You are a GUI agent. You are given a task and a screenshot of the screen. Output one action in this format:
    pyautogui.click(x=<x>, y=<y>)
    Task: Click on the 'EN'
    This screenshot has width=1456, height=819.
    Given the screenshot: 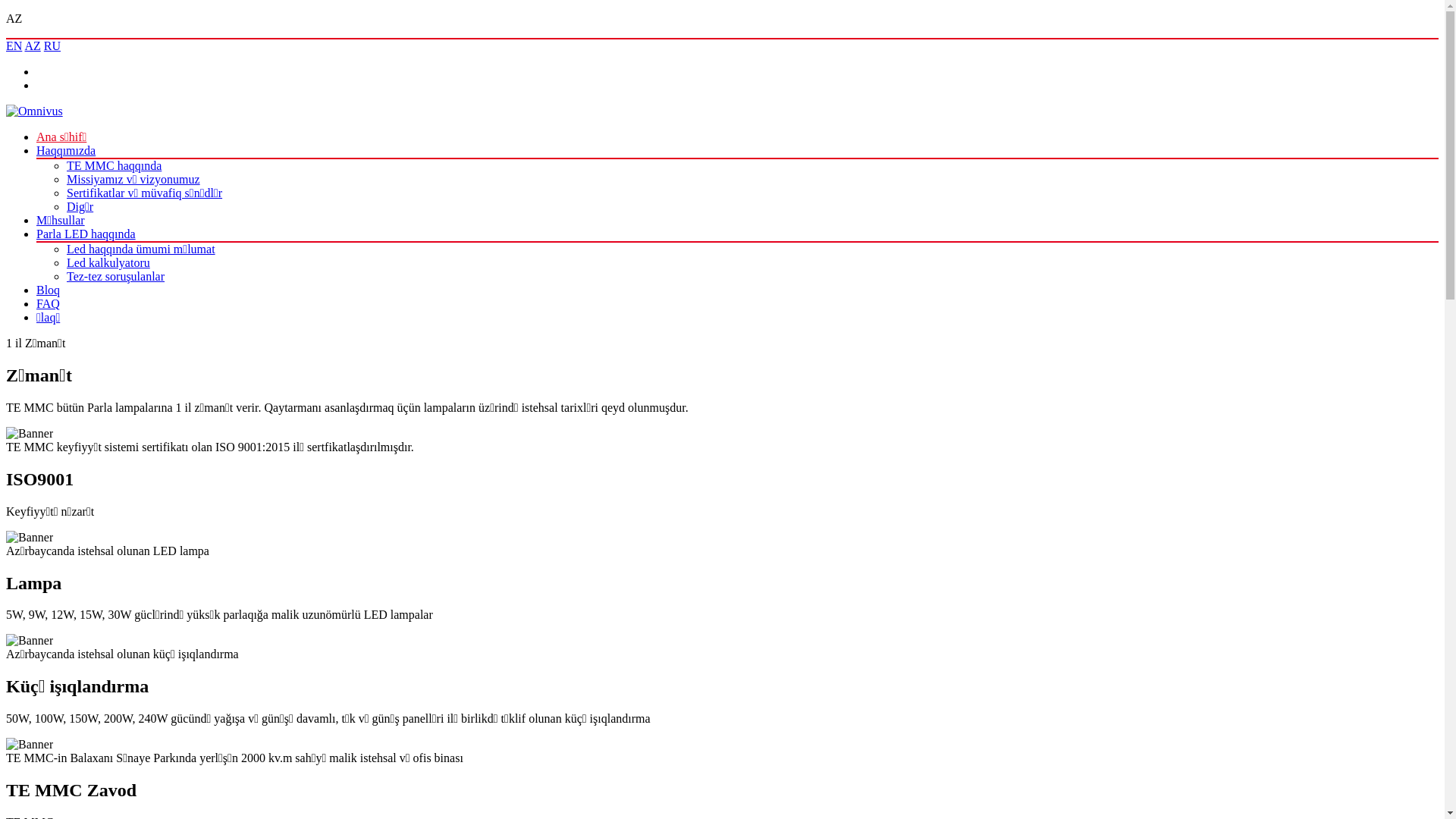 What is the action you would take?
    pyautogui.click(x=14, y=45)
    